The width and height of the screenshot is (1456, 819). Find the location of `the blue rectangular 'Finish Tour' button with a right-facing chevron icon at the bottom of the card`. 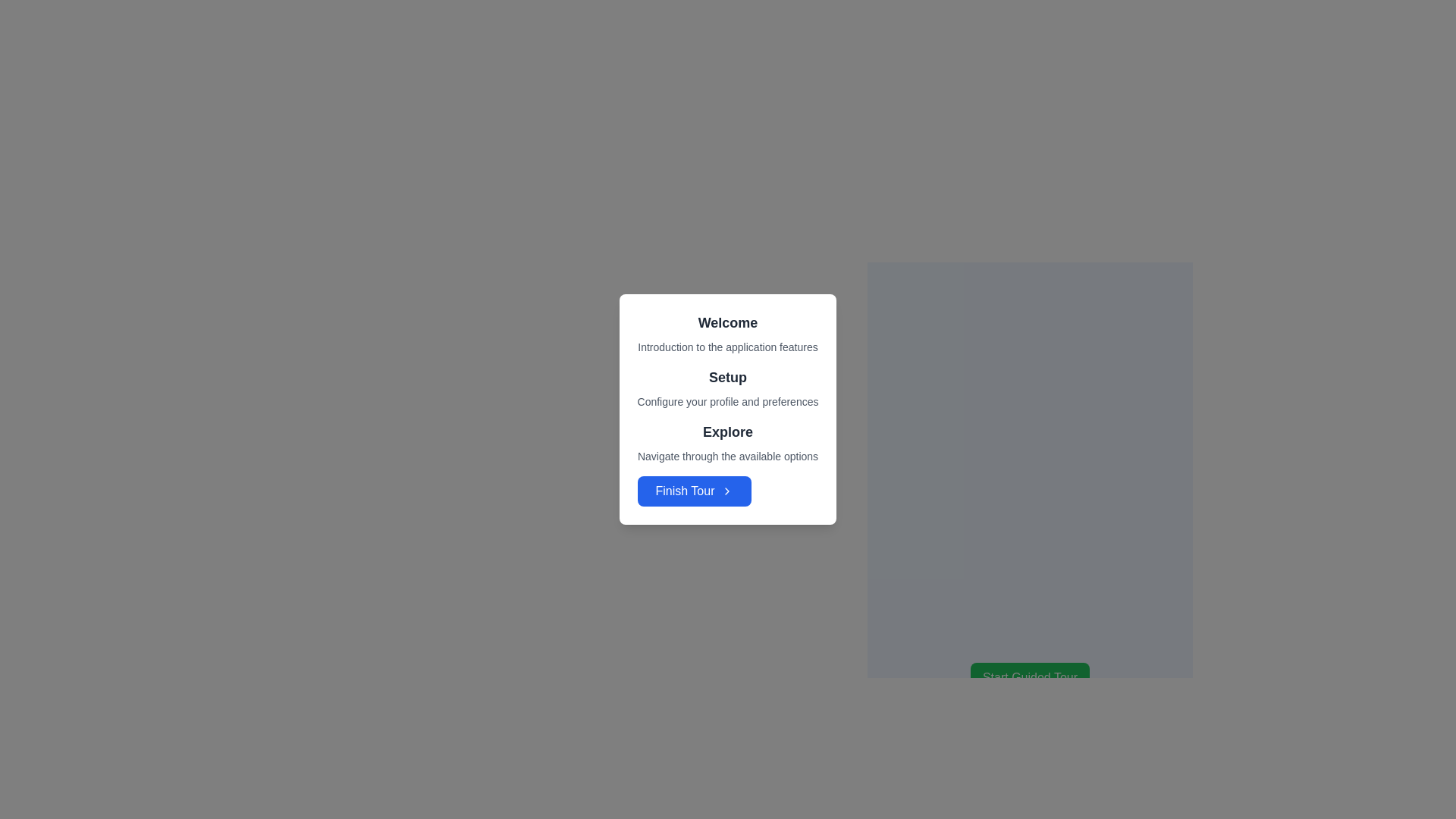

the blue rectangular 'Finish Tour' button with a right-facing chevron icon at the bottom of the card is located at coordinates (693, 491).